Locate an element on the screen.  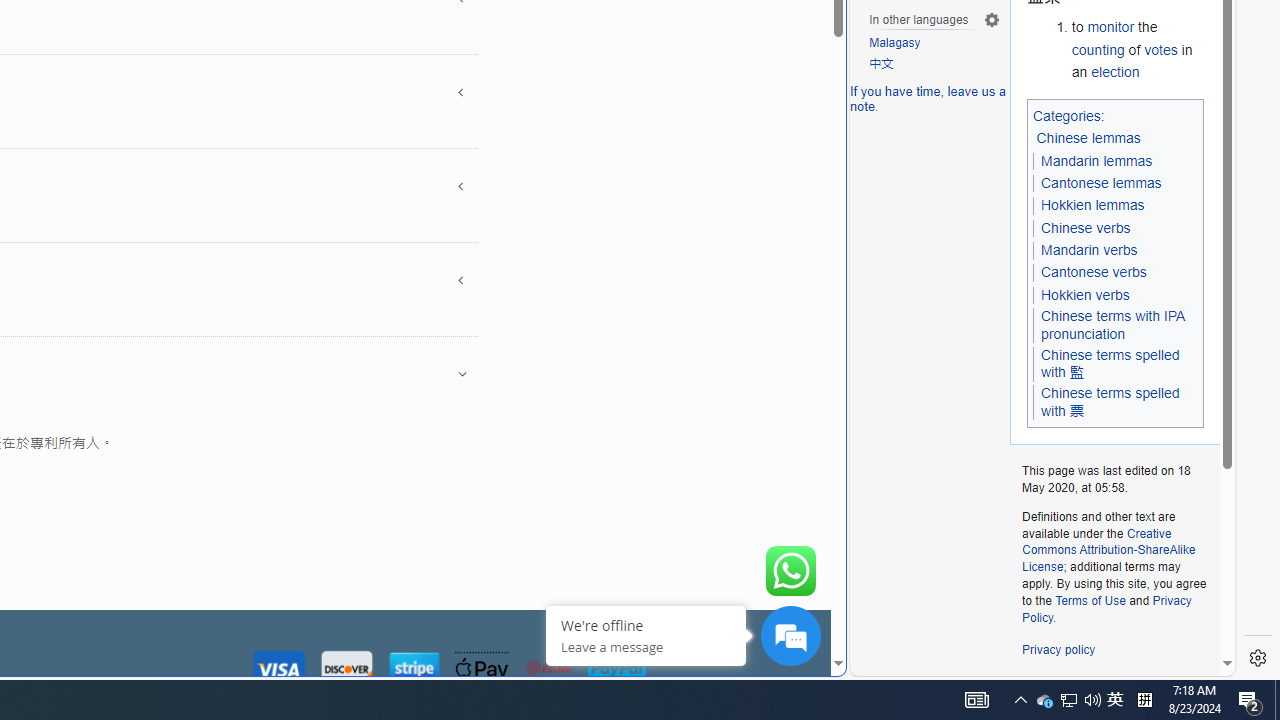
'Cantonese lemmas' is located at coordinates (1099, 183).